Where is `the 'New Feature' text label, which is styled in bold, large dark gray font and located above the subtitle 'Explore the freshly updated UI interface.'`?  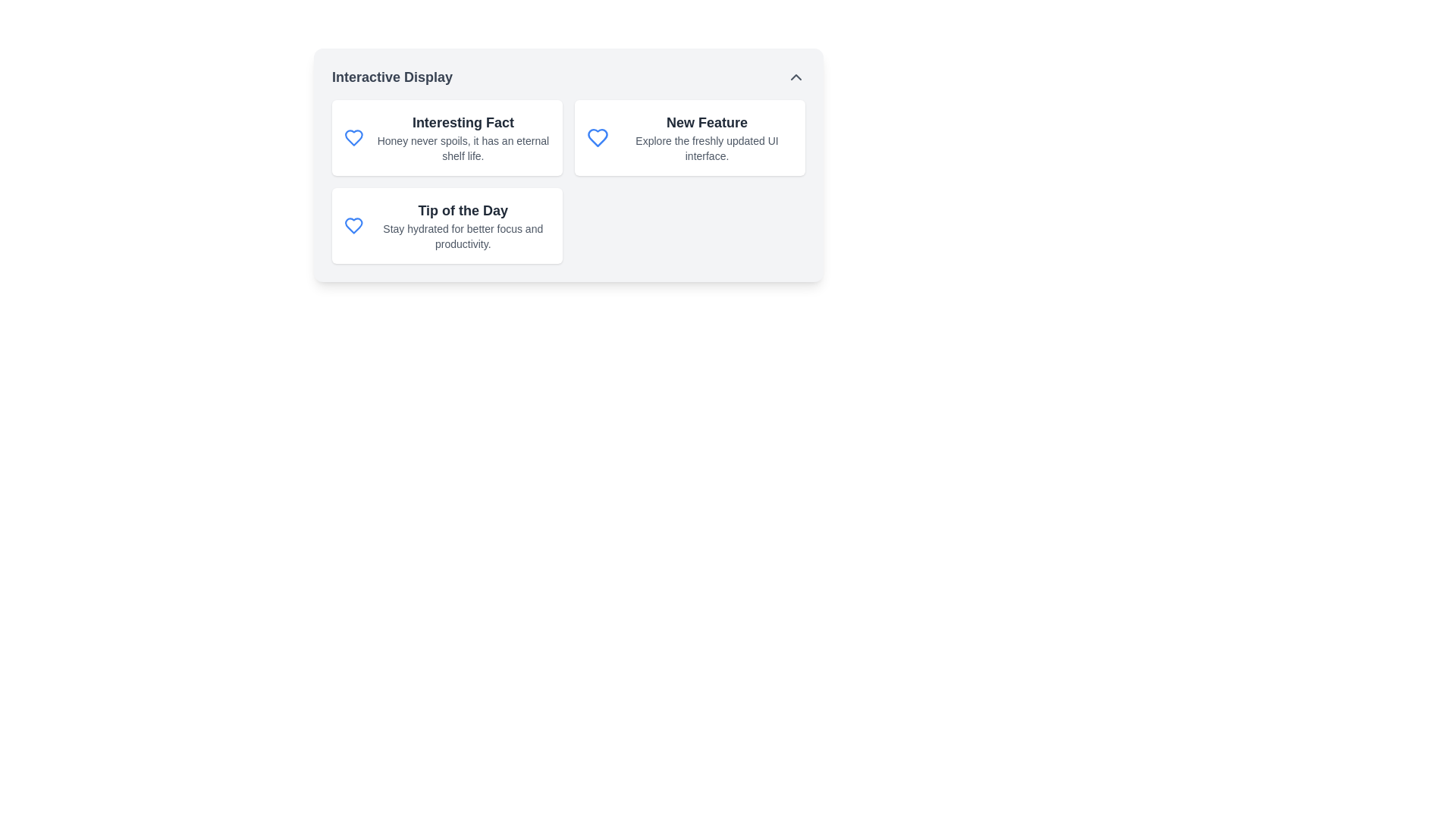 the 'New Feature' text label, which is styled in bold, large dark gray font and located above the subtitle 'Explore the freshly updated UI interface.' is located at coordinates (706, 122).